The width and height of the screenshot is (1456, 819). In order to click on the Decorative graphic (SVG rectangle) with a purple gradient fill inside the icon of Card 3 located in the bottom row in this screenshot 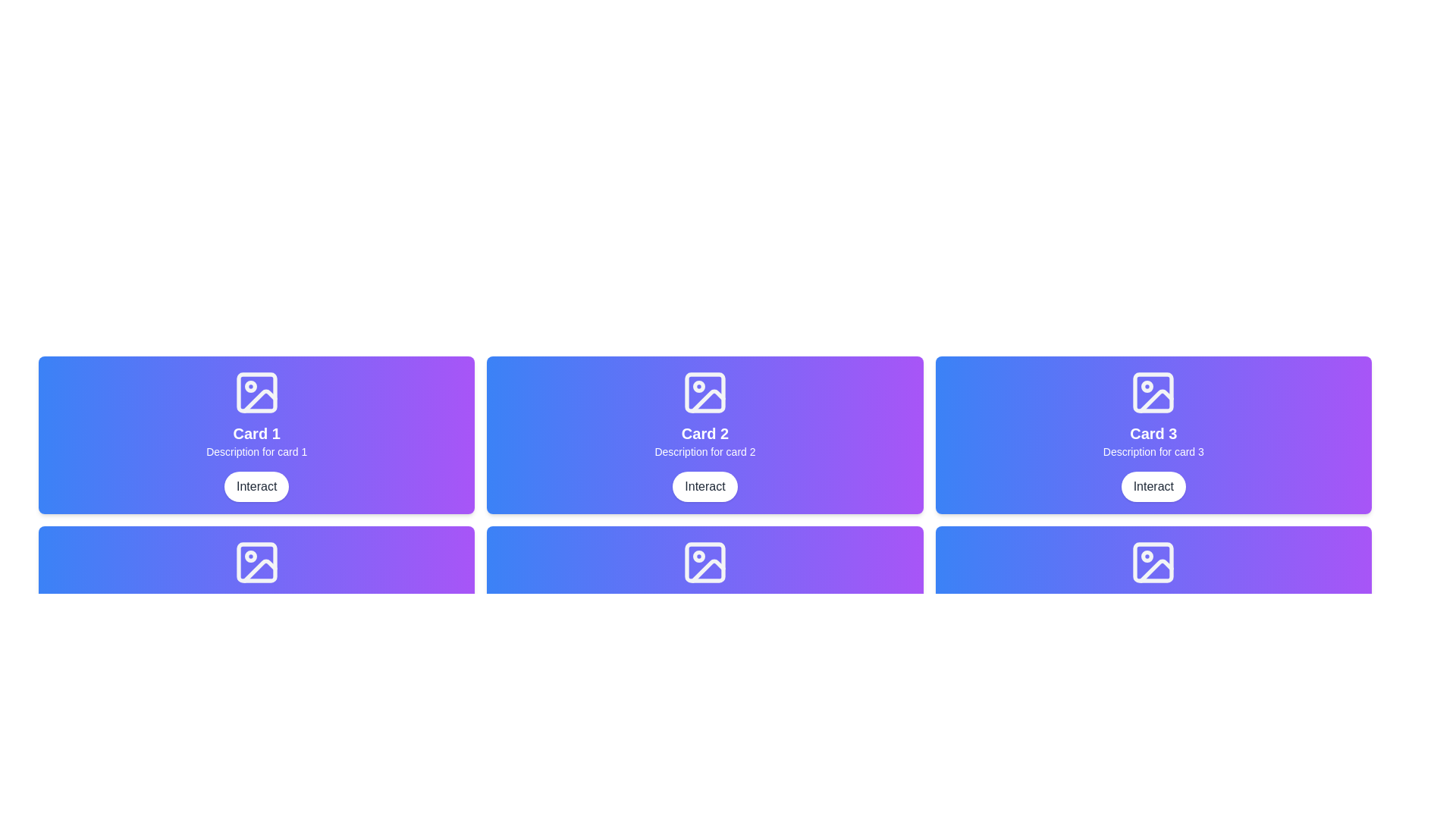, I will do `click(1153, 562)`.